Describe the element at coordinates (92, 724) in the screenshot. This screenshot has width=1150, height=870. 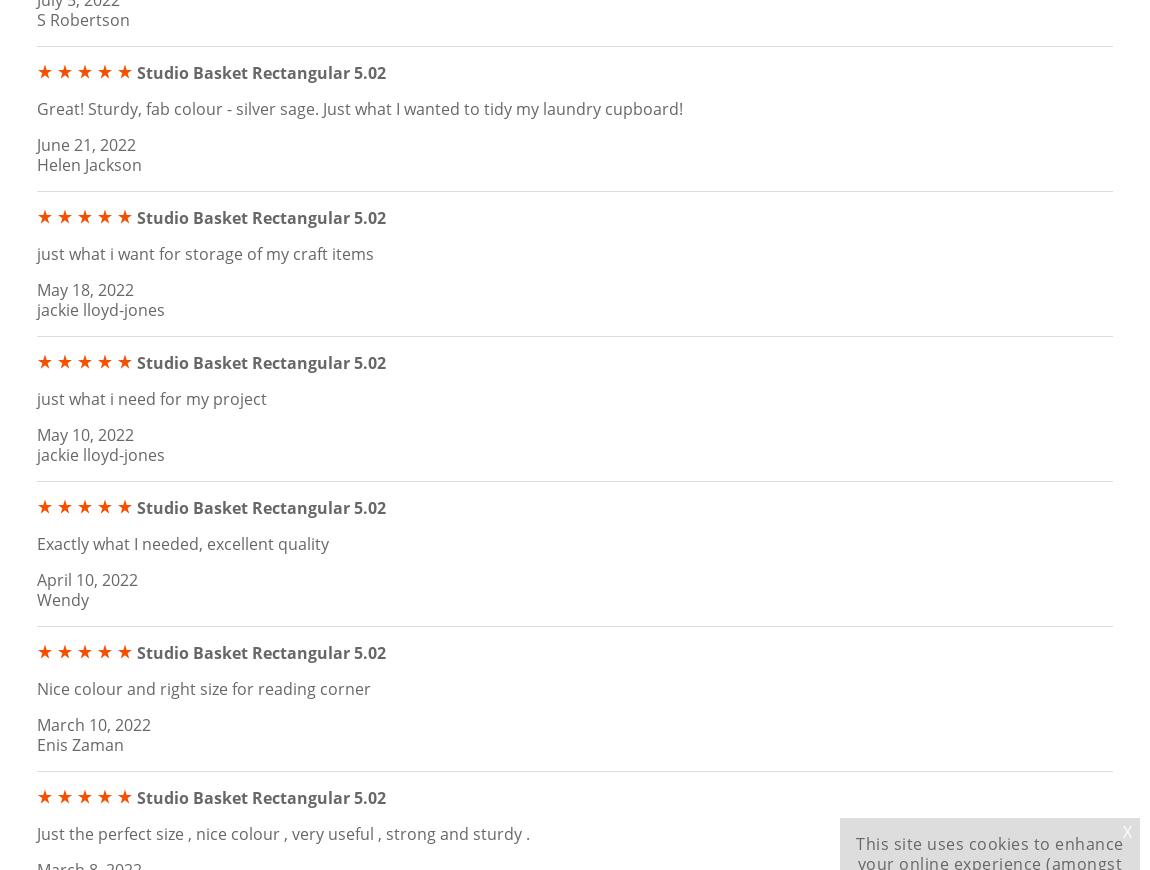
I see `'March 10, 2022'` at that location.